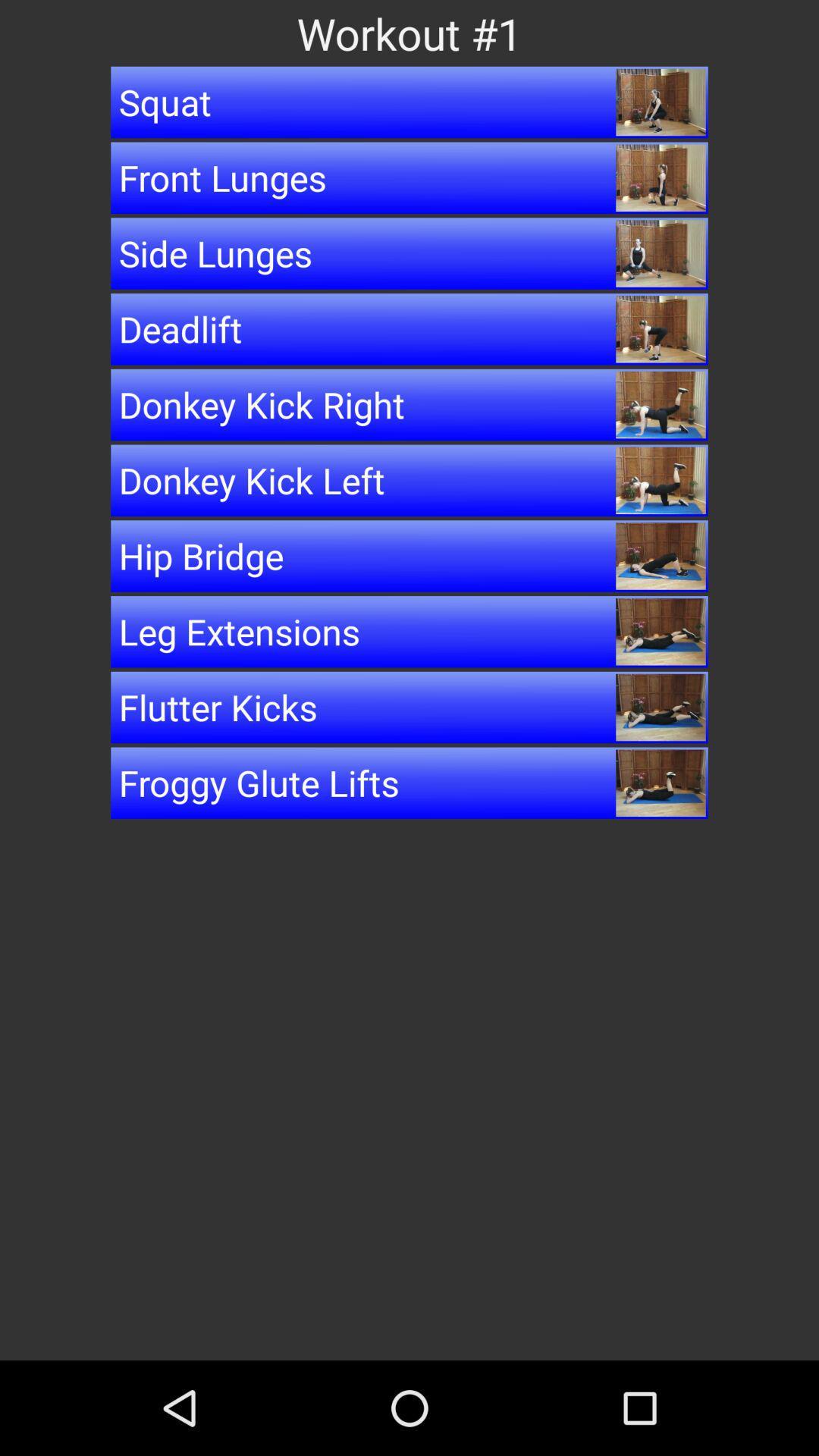 The width and height of the screenshot is (819, 1456). What do you see at coordinates (409, 328) in the screenshot?
I see `the deadlift` at bounding box center [409, 328].